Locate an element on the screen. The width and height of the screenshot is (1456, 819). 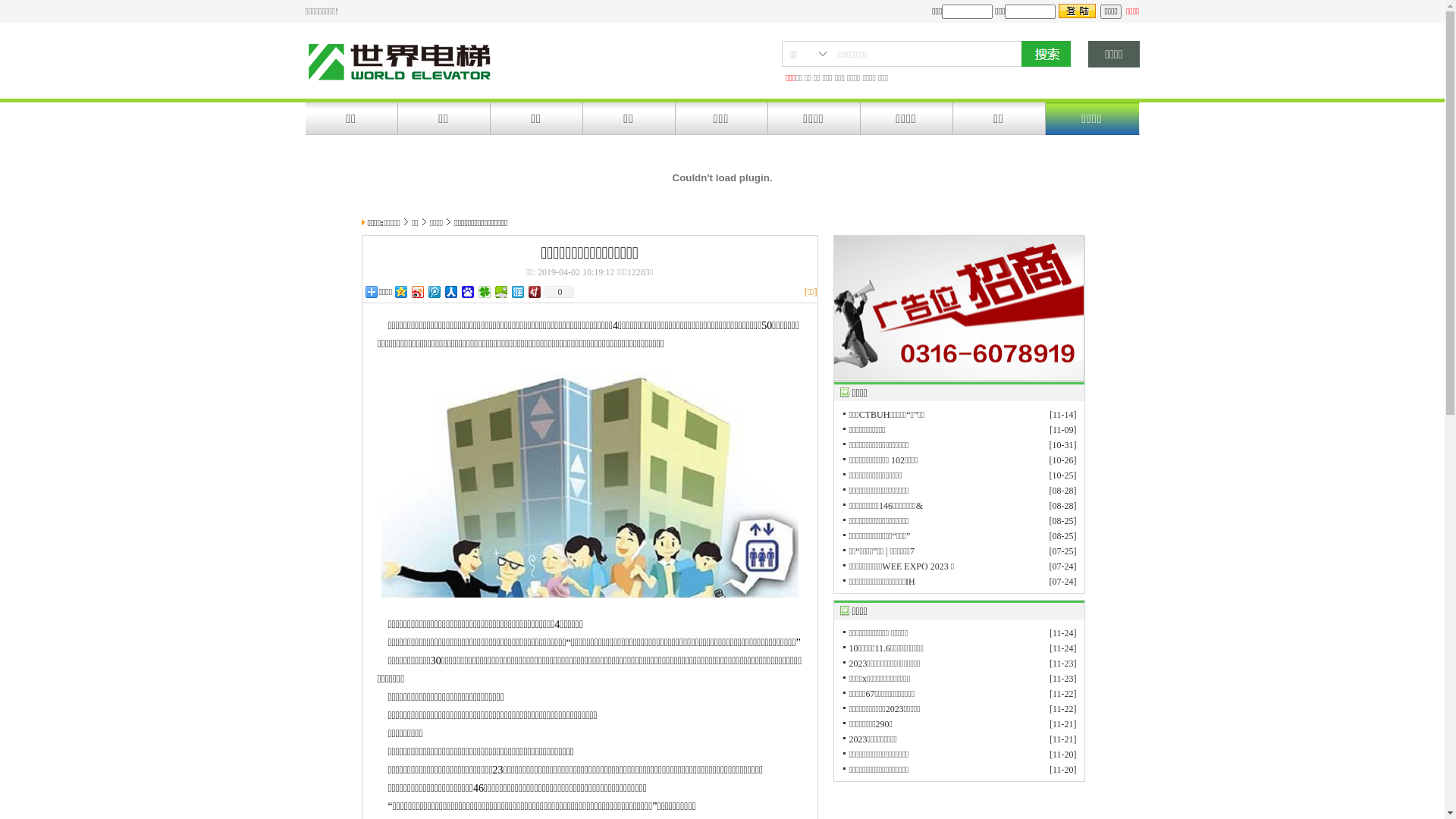
'0' is located at coordinates (557, 292).